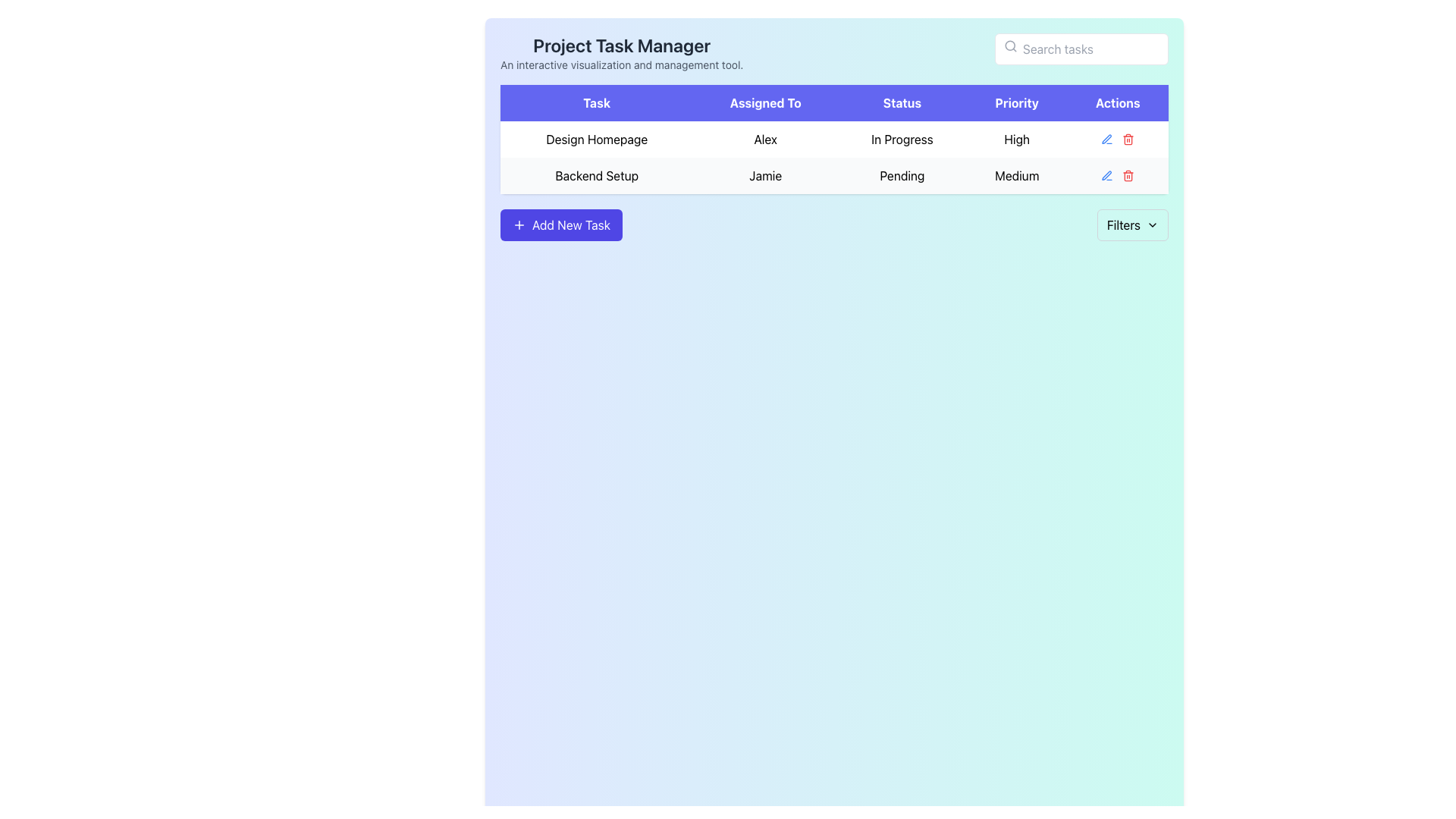  What do you see at coordinates (1118, 174) in the screenshot?
I see `the Action Menu located in the 'Actions' column of the 'Backend Setup' row within the task table, which is the second row, last column at the far-right side of the visible table` at bounding box center [1118, 174].